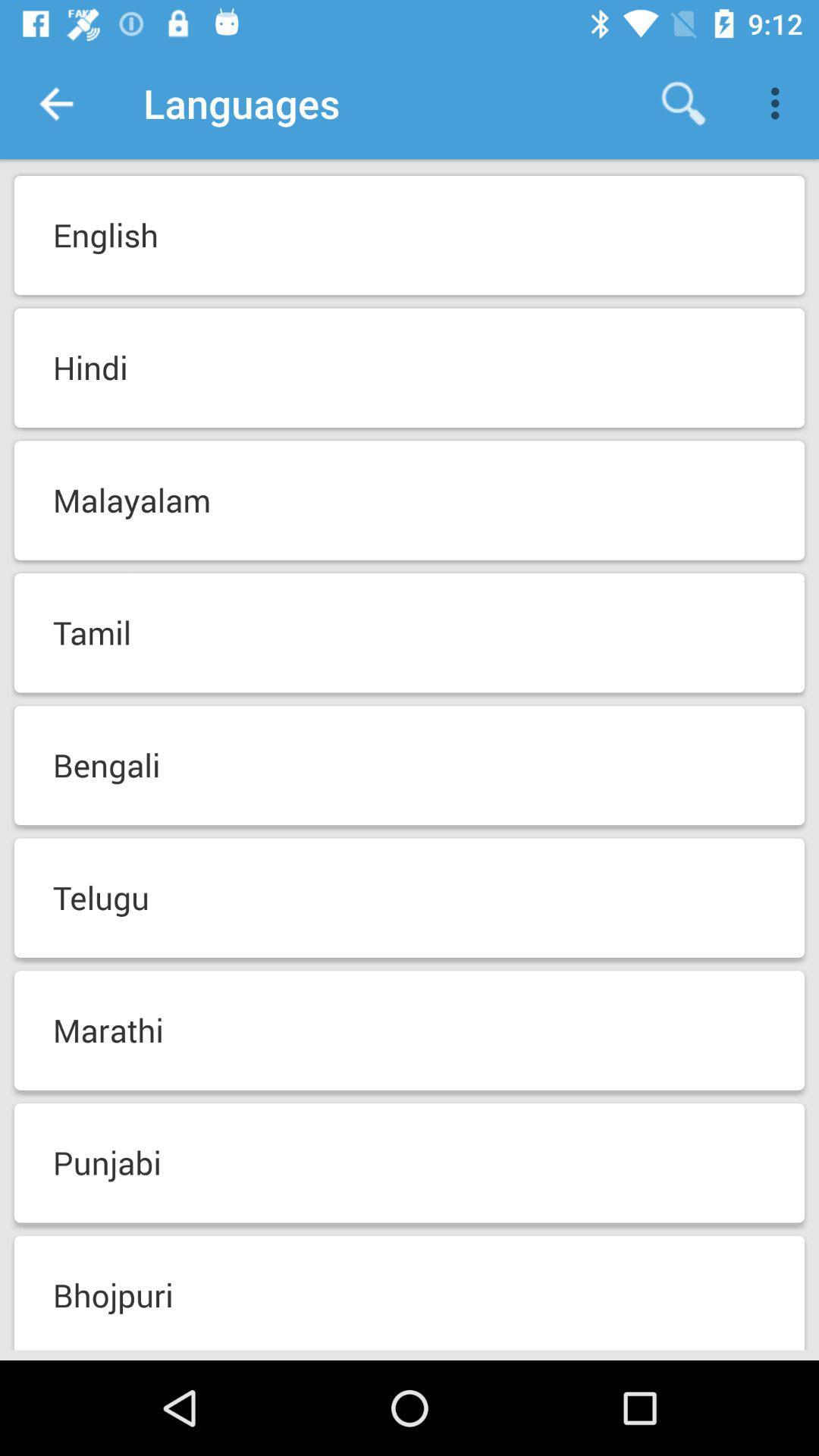 The width and height of the screenshot is (819, 1456). I want to click on icon above the english icon, so click(779, 102).